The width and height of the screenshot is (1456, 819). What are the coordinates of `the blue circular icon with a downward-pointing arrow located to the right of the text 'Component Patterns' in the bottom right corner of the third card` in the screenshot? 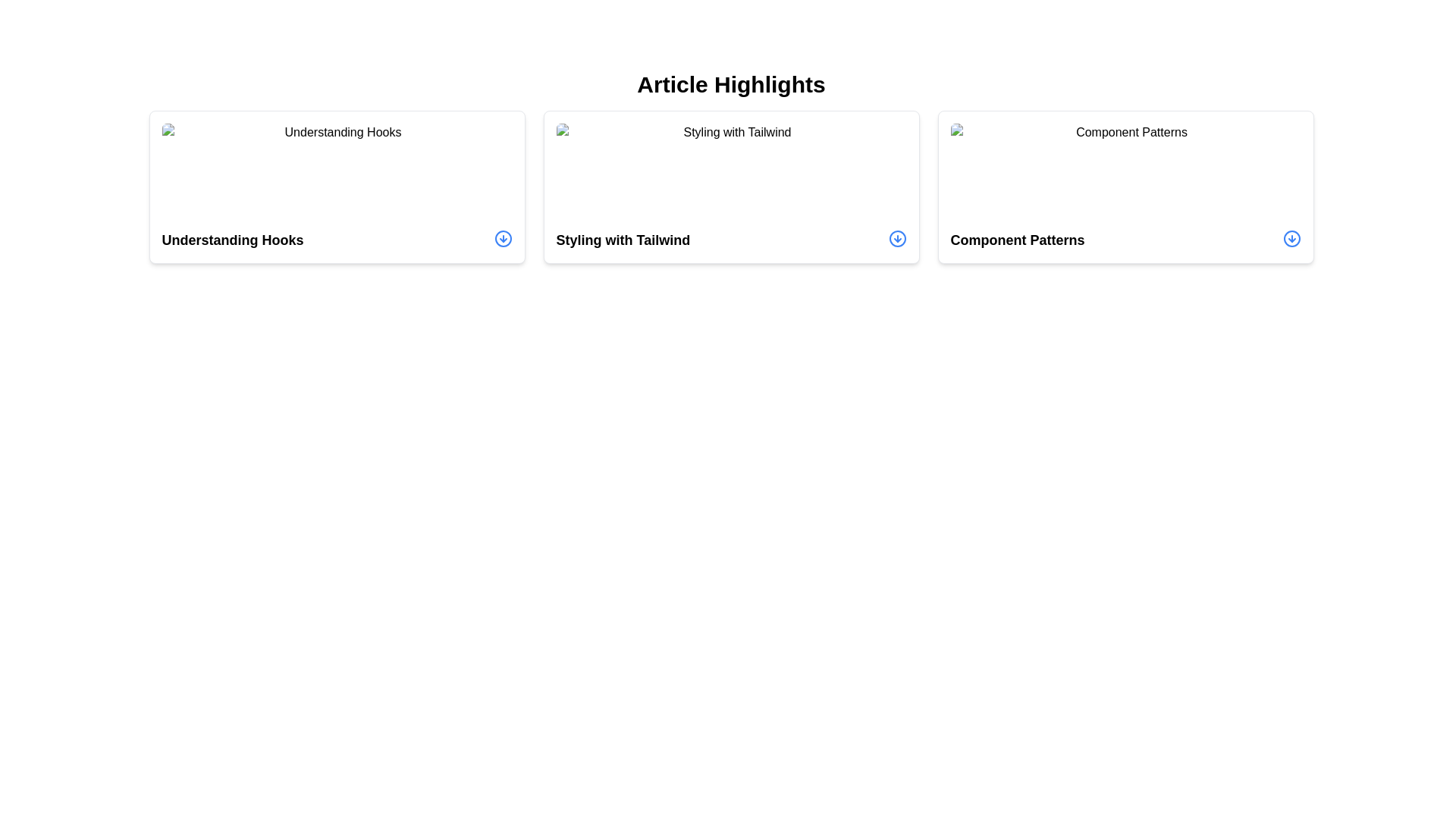 It's located at (1291, 239).